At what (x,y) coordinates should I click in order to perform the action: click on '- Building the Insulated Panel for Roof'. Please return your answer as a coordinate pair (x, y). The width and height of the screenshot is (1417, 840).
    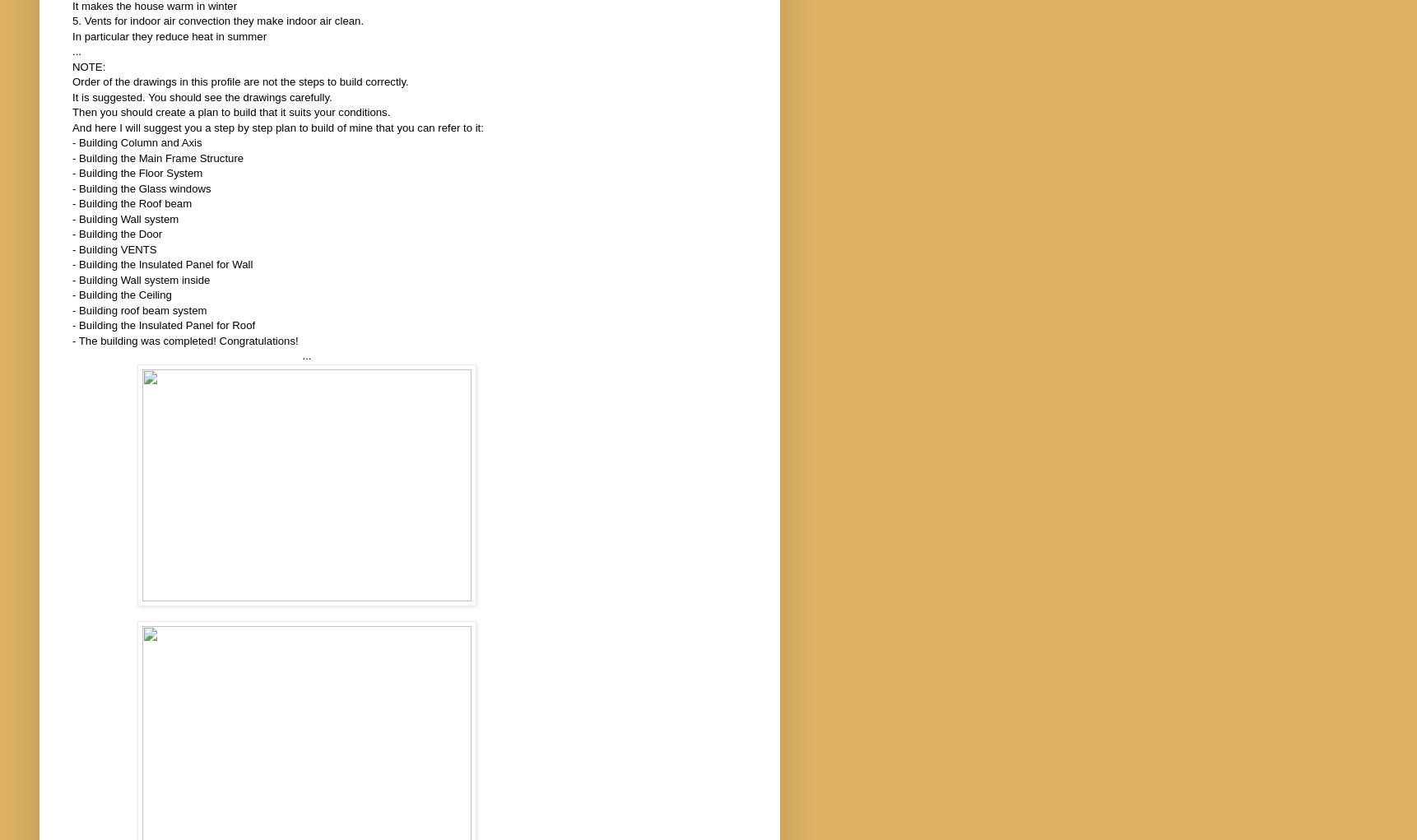
    Looking at the image, I should click on (163, 324).